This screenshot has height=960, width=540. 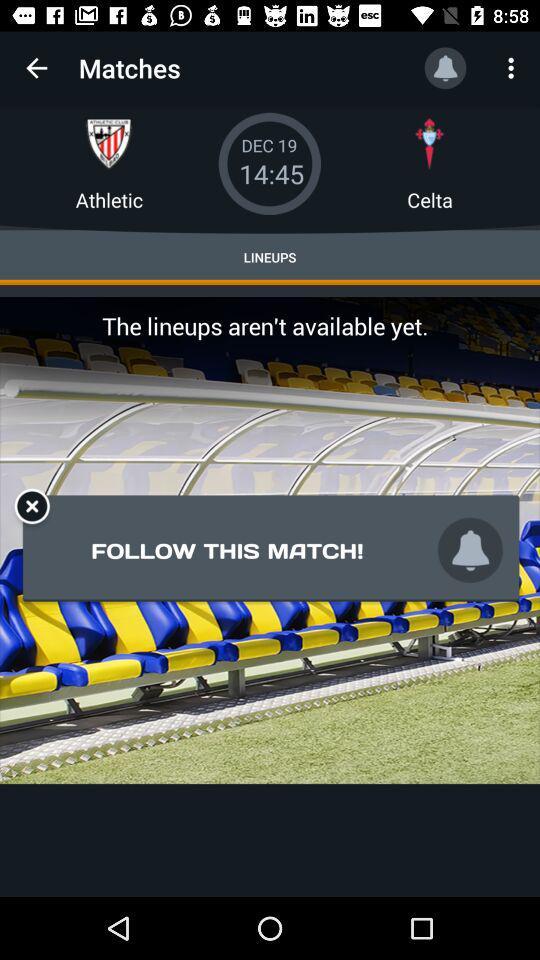 I want to click on the close icon, so click(x=31, y=509).